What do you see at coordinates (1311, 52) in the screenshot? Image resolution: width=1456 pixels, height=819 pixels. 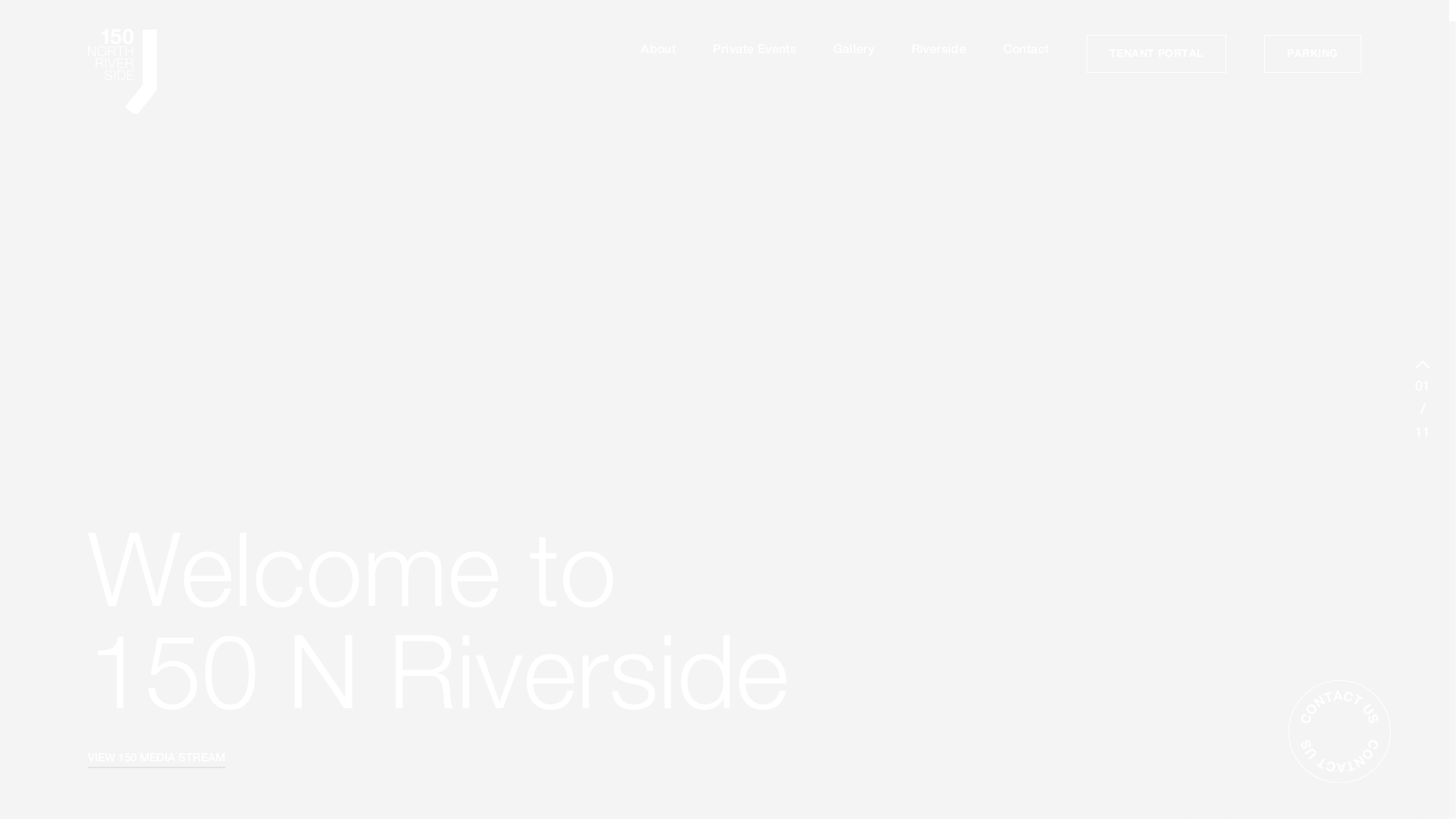 I see `'PARKING'` at bounding box center [1311, 52].